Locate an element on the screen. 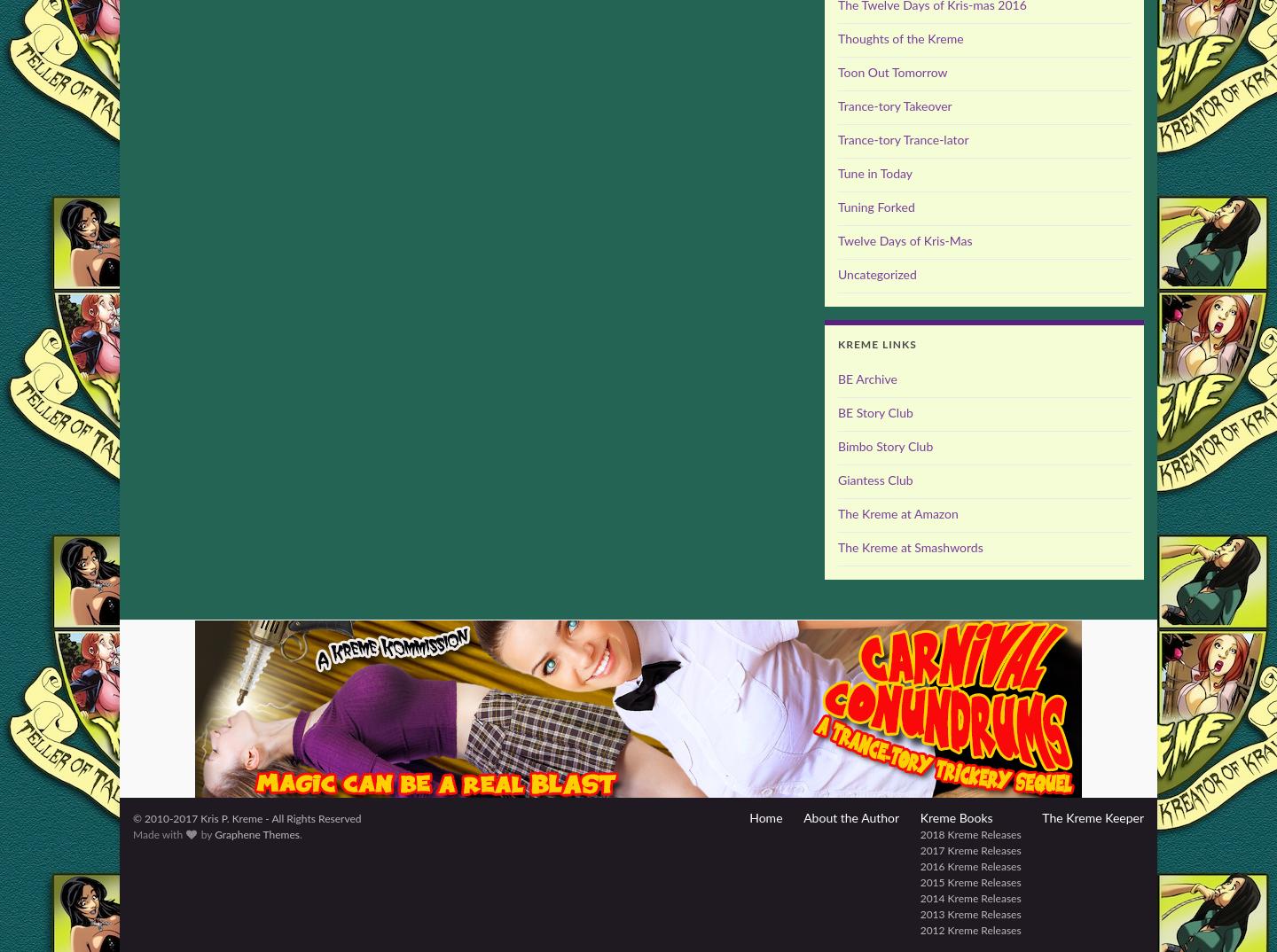 The image size is (1277, 952). '2015 Kreme Releases' is located at coordinates (919, 882).